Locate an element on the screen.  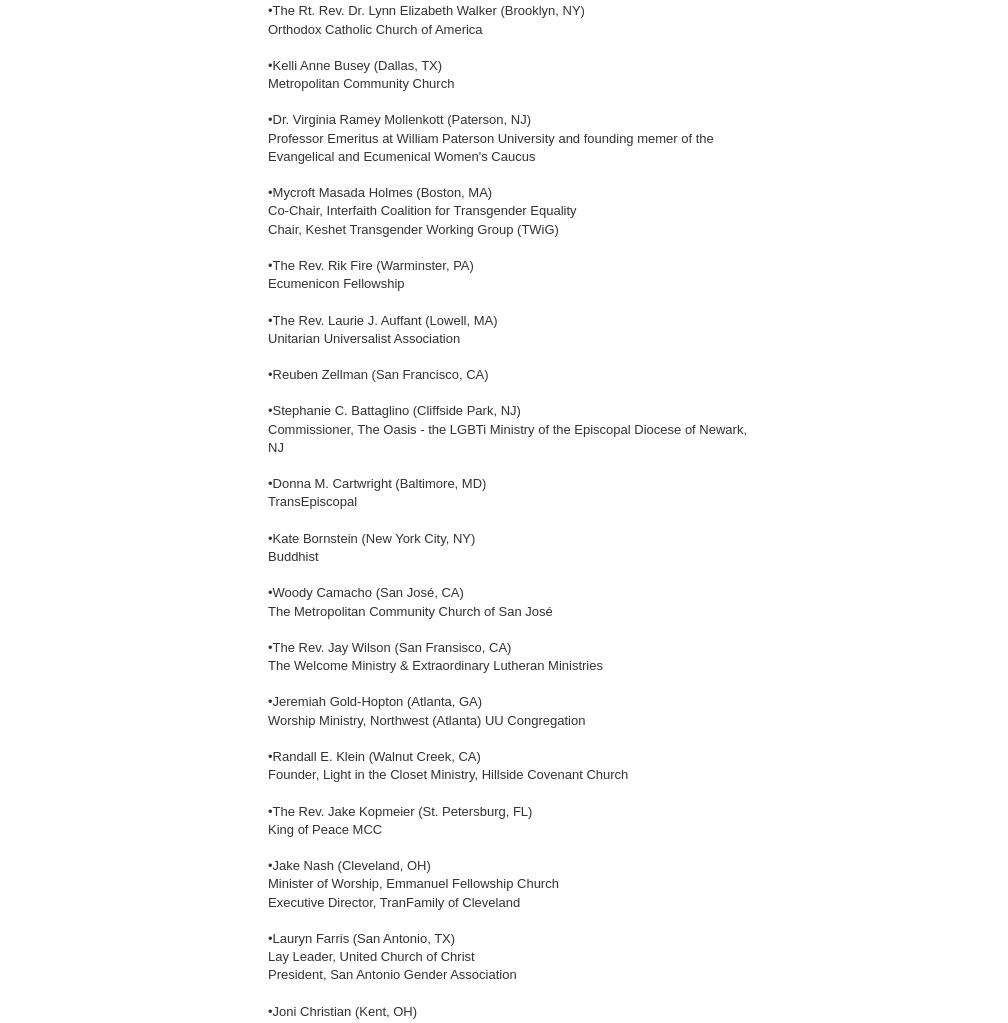
'•The Rev. Laurie J. Auffant (Lowell, MA)' is located at coordinates (382, 319).